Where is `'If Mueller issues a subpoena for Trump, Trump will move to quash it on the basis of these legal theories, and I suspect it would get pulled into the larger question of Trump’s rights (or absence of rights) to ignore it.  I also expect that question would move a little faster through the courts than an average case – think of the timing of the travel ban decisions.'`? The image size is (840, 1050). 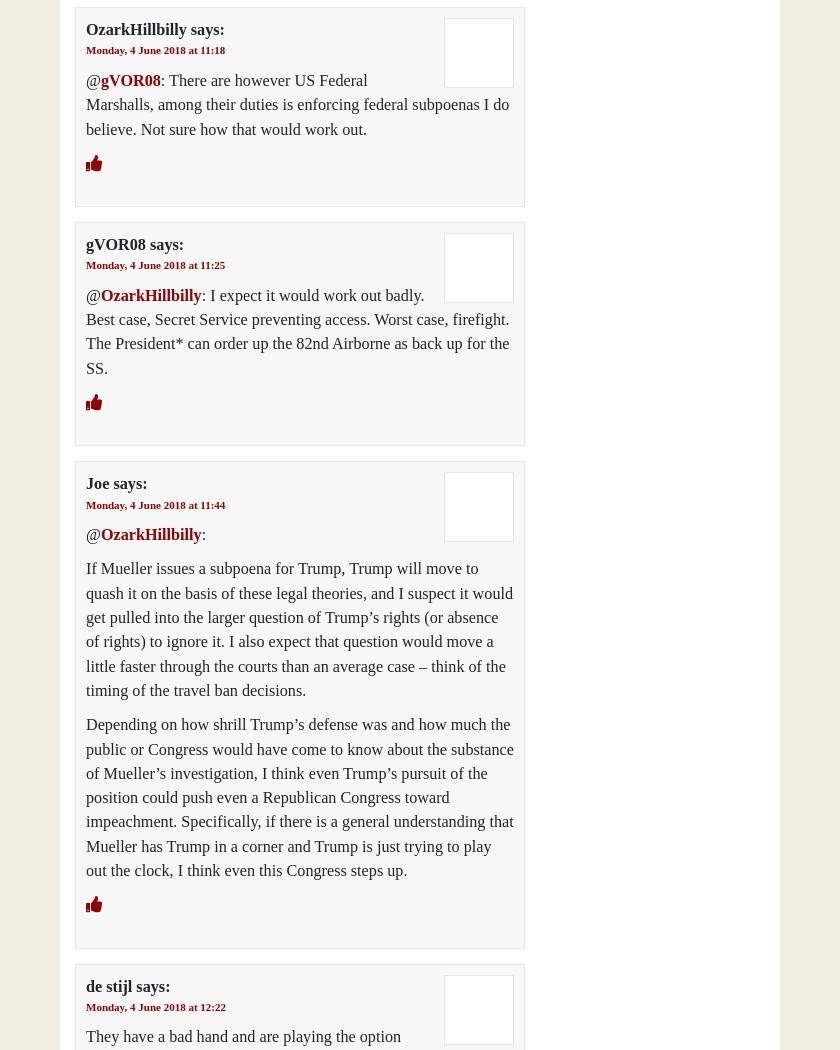
'If Mueller issues a subpoena for Trump, Trump will move to quash it on the basis of these legal theories, and I suspect it would get pulled into the larger question of Trump’s rights (or absence of rights) to ignore it.  I also expect that question would move a little faster through the courts than an average case – think of the timing of the travel ban decisions.' is located at coordinates (299, 629).